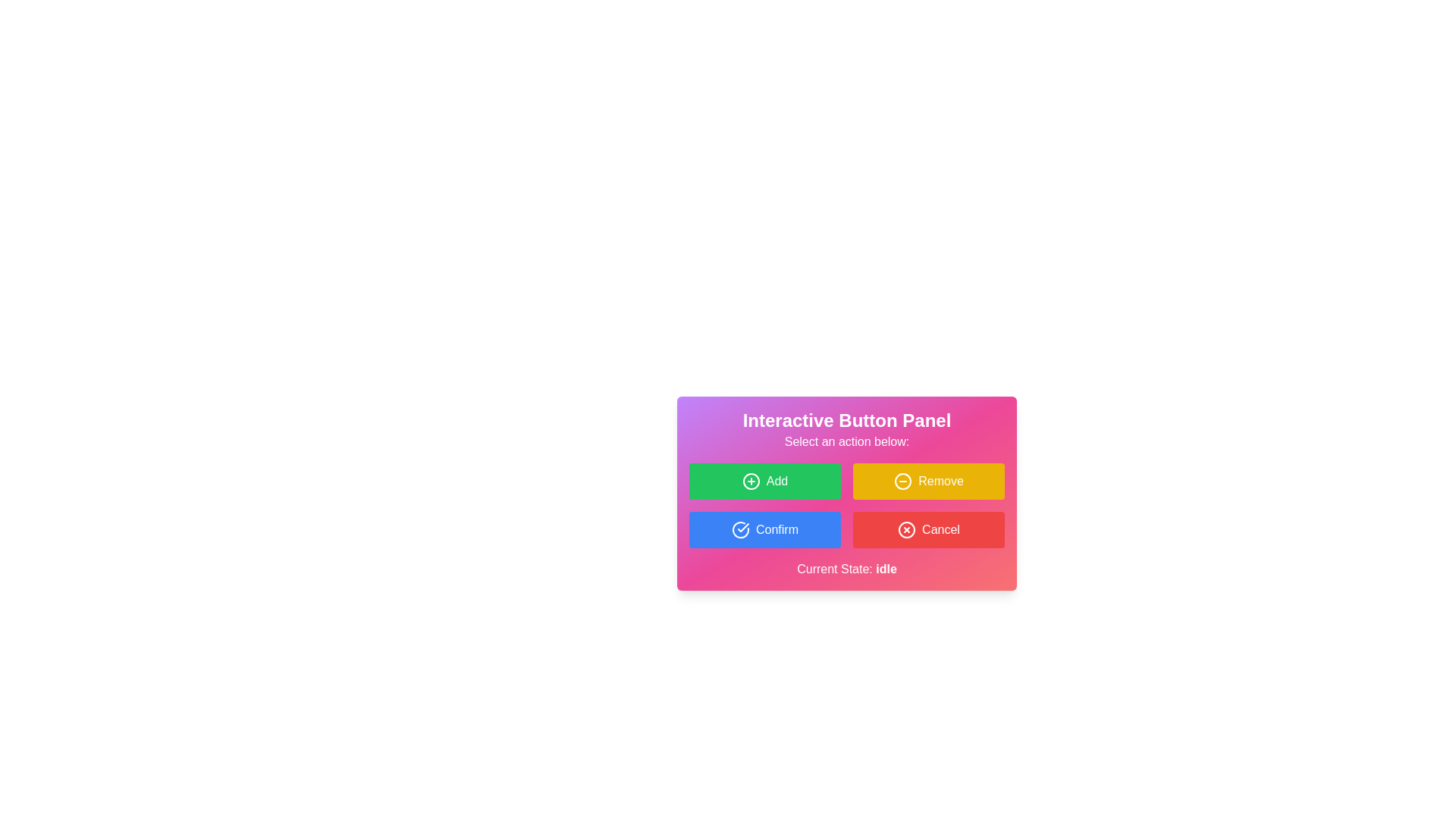  What do you see at coordinates (740, 529) in the screenshot?
I see `the checkmark icon within the 'Confirm' button located in the bottom-left area of the panel` at bounding box center [740, 529].